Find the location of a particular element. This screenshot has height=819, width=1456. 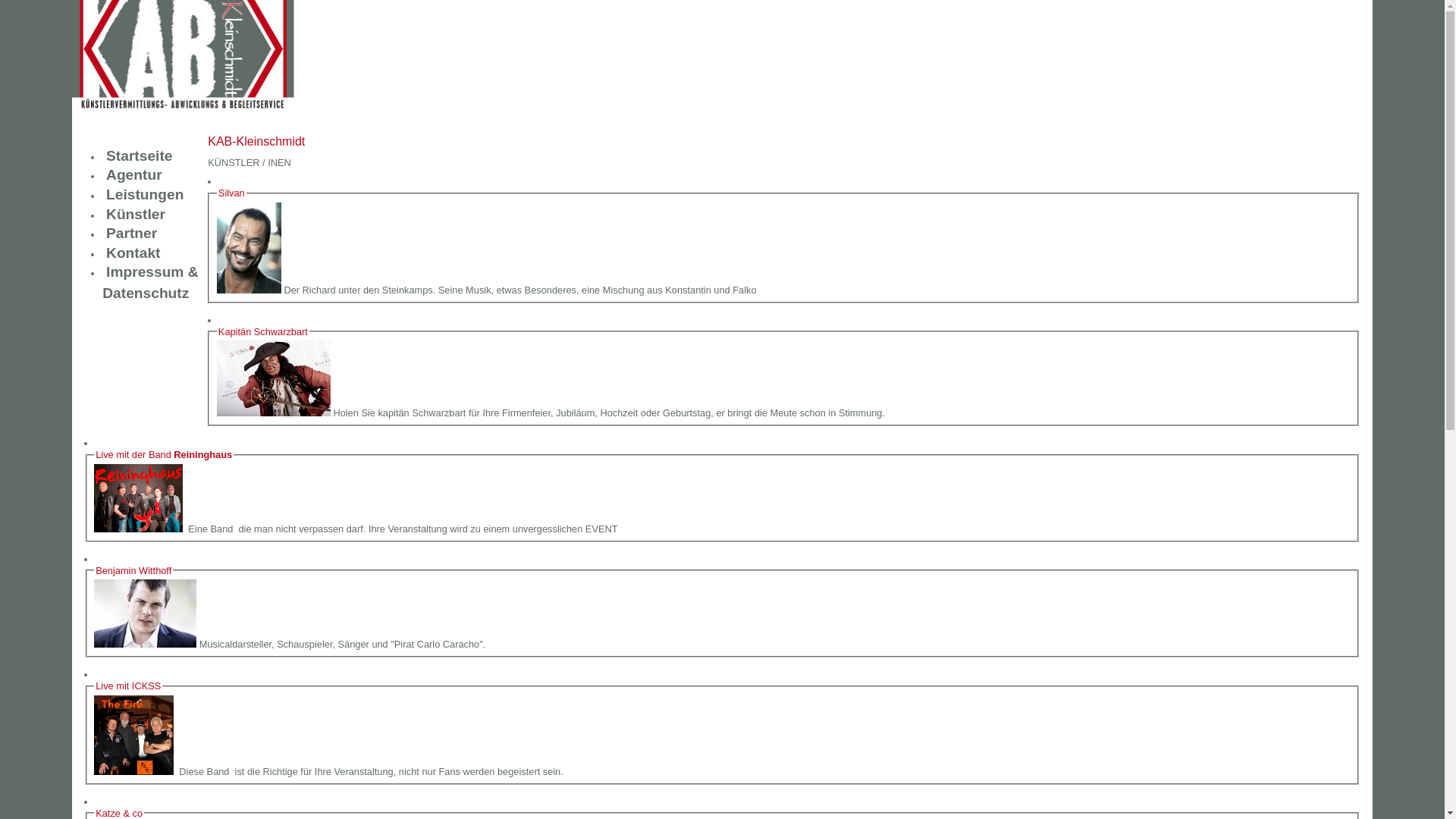

'Benjamin Witthoff' is located at coordinates (94, 570).